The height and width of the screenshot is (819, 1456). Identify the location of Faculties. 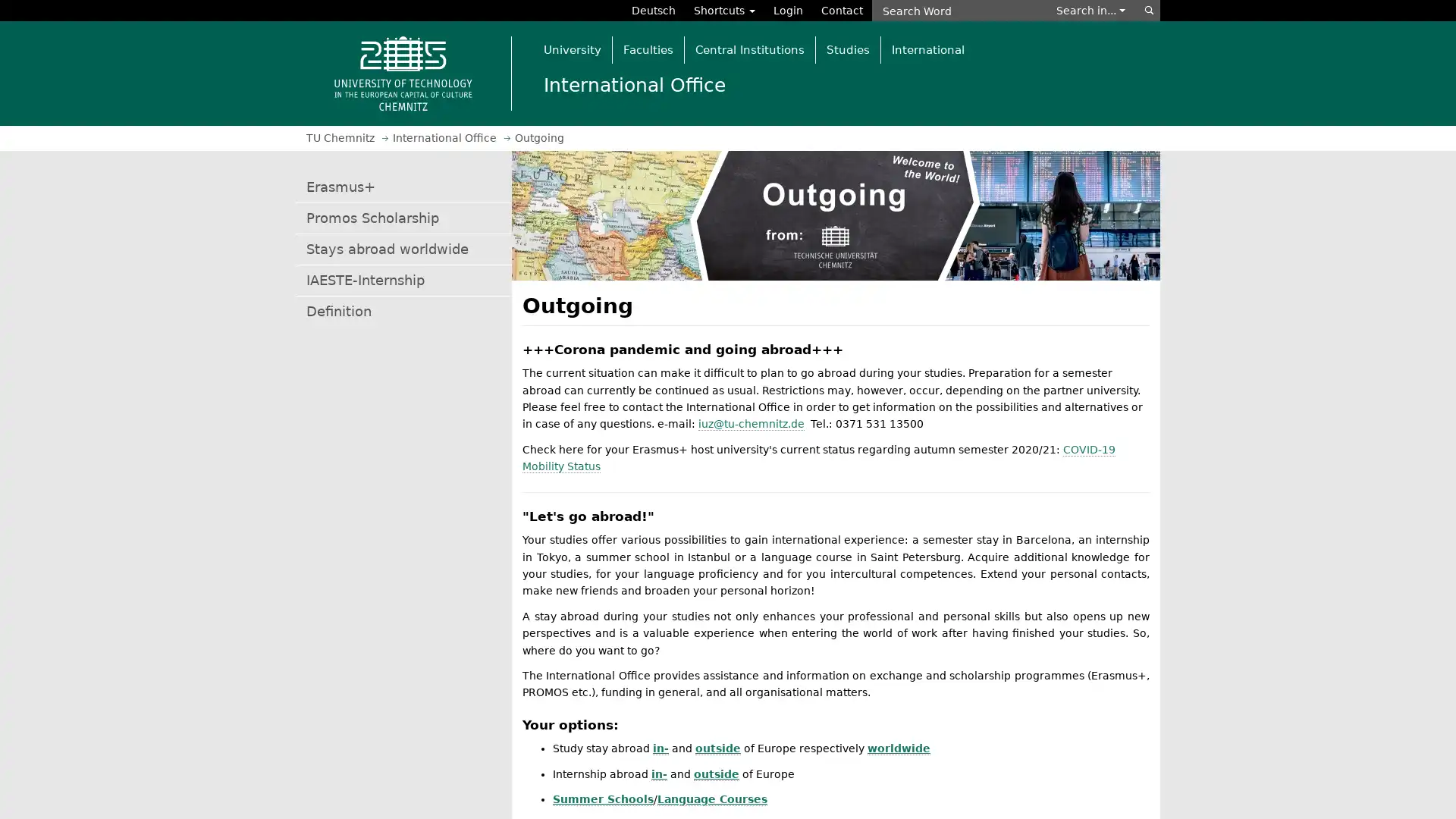
(648, 49).